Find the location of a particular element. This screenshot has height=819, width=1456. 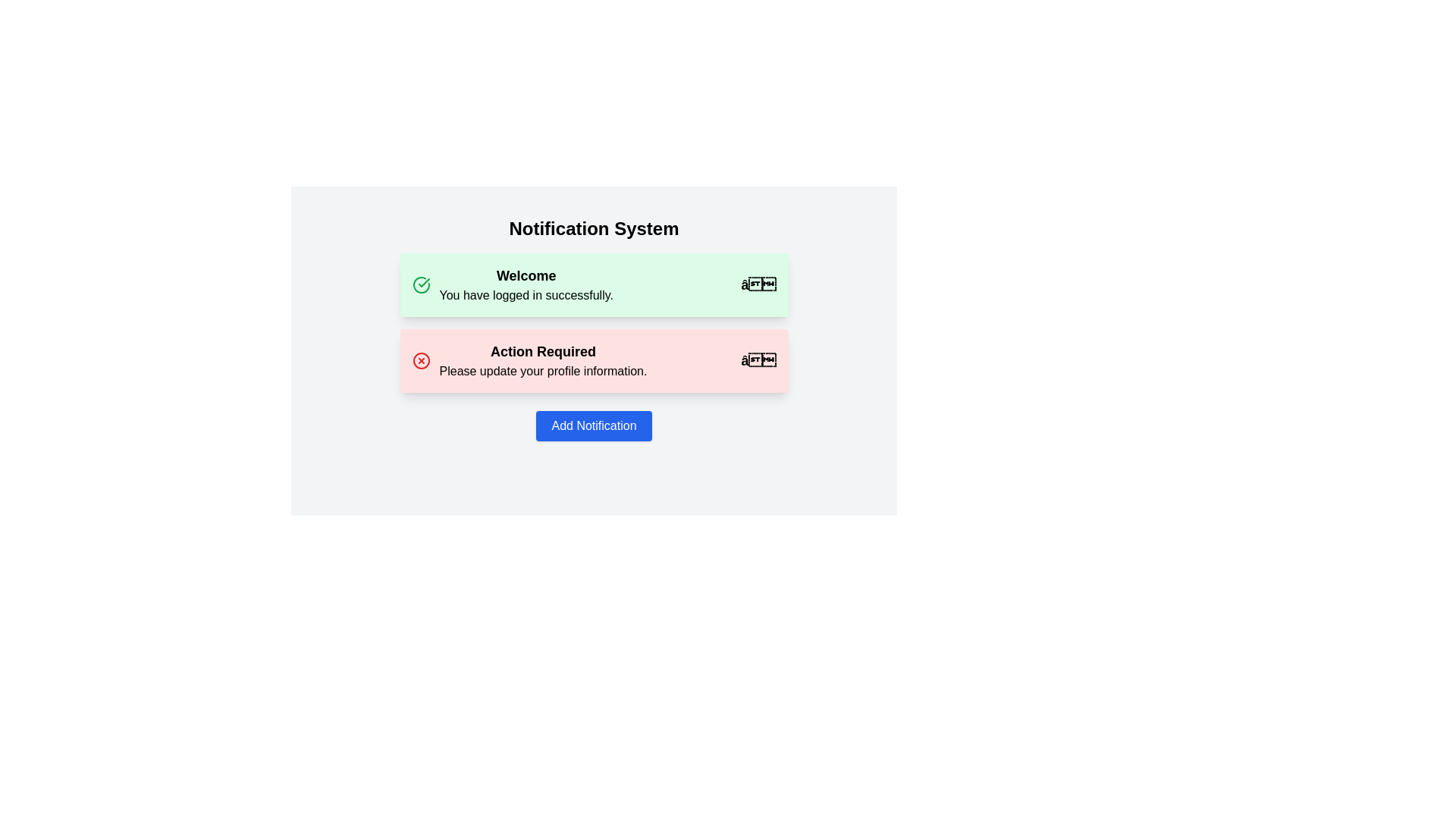

the first notification card with a light green background that displays a title 'Welcome' and a message 'You have logged in successfully.' is located at coordinates (593, 284).